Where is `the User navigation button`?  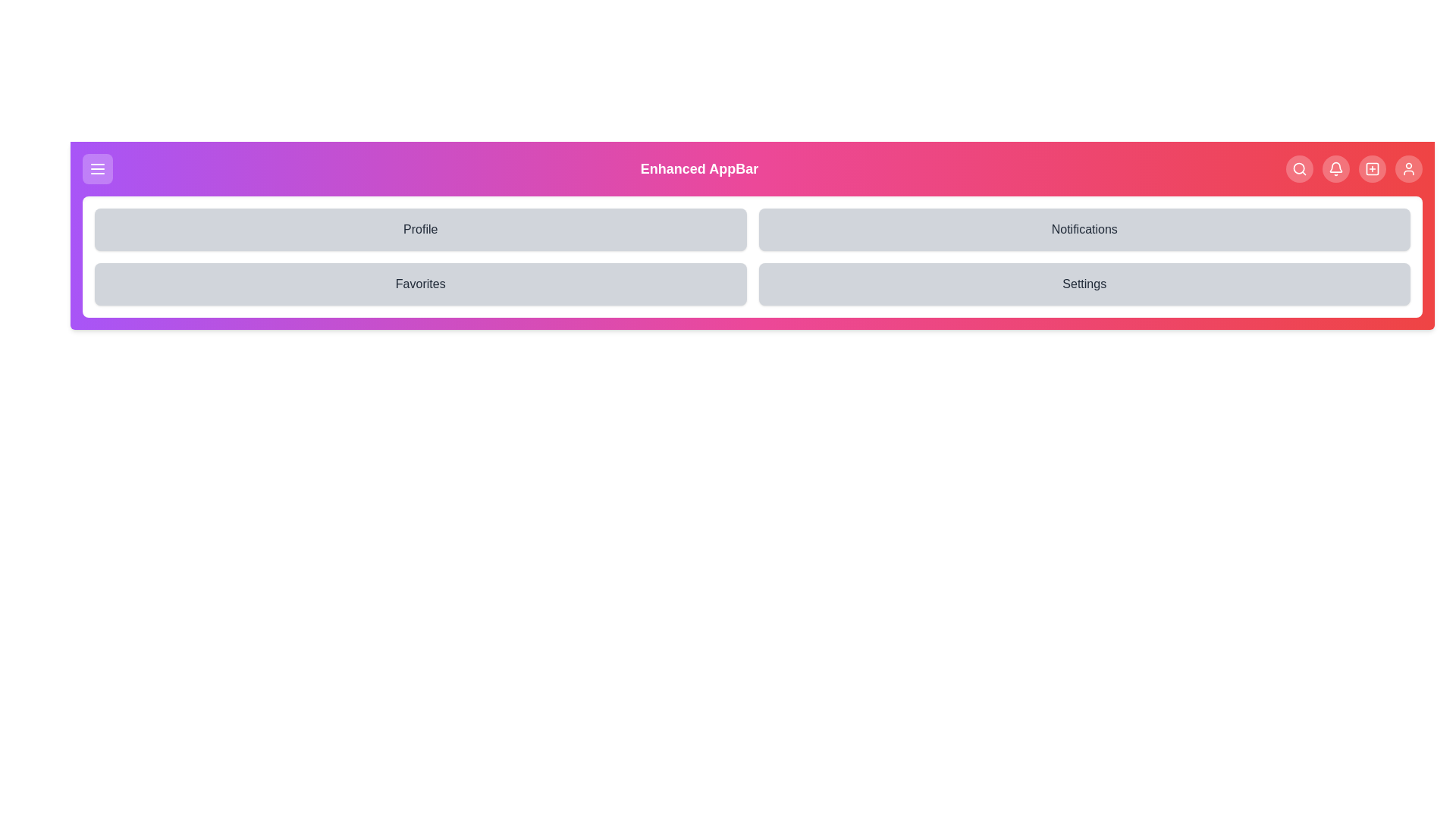 the User navigation button is located at coordinates (1407, 169).